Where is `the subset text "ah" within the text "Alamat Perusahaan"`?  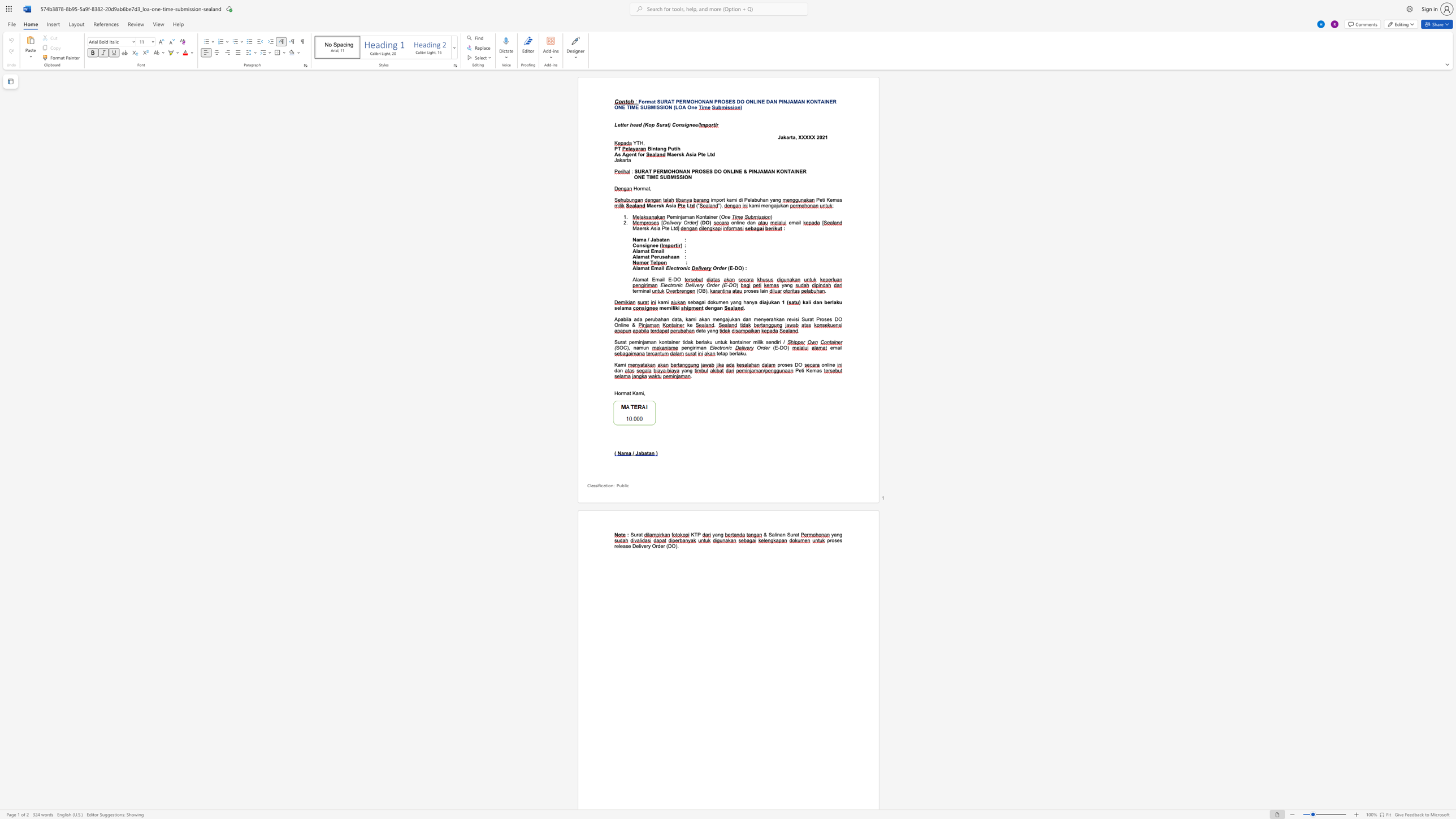
the subset text "ah" within the text "Alamat Perusahaan" is located at coordinates (664, 256).